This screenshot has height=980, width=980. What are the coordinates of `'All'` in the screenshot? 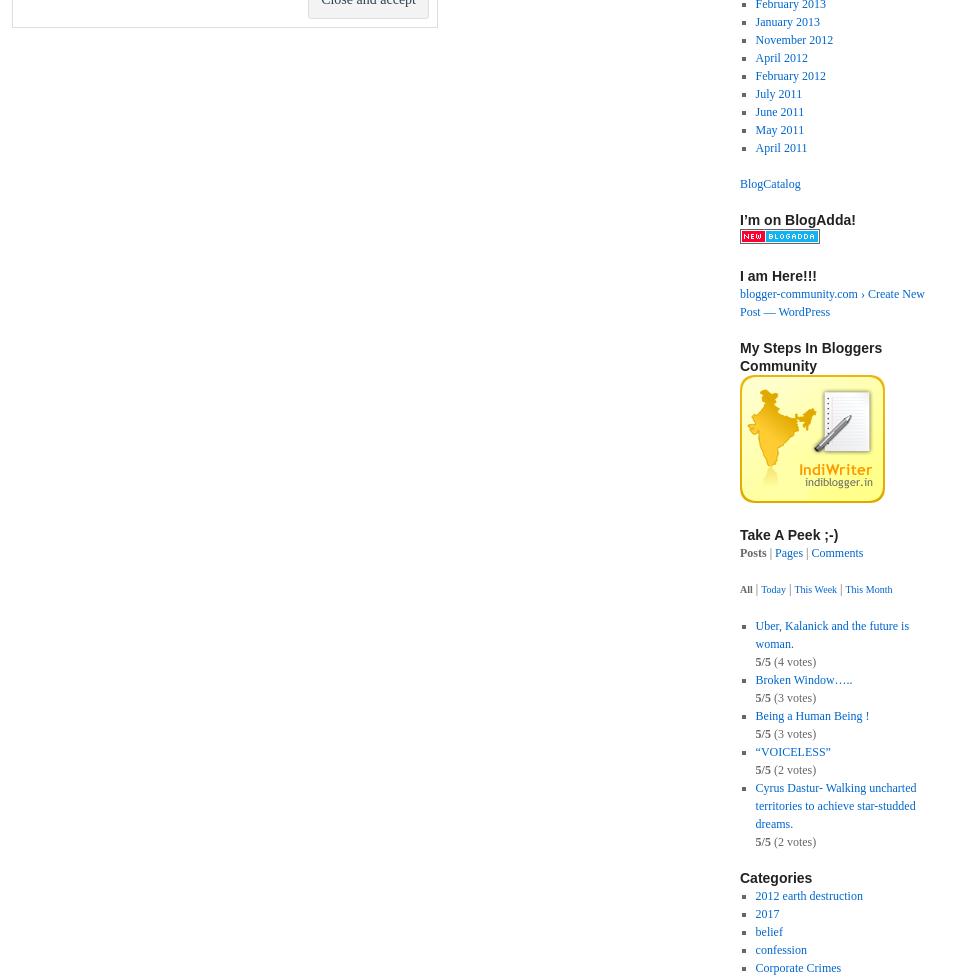 It's located at (745, 589).